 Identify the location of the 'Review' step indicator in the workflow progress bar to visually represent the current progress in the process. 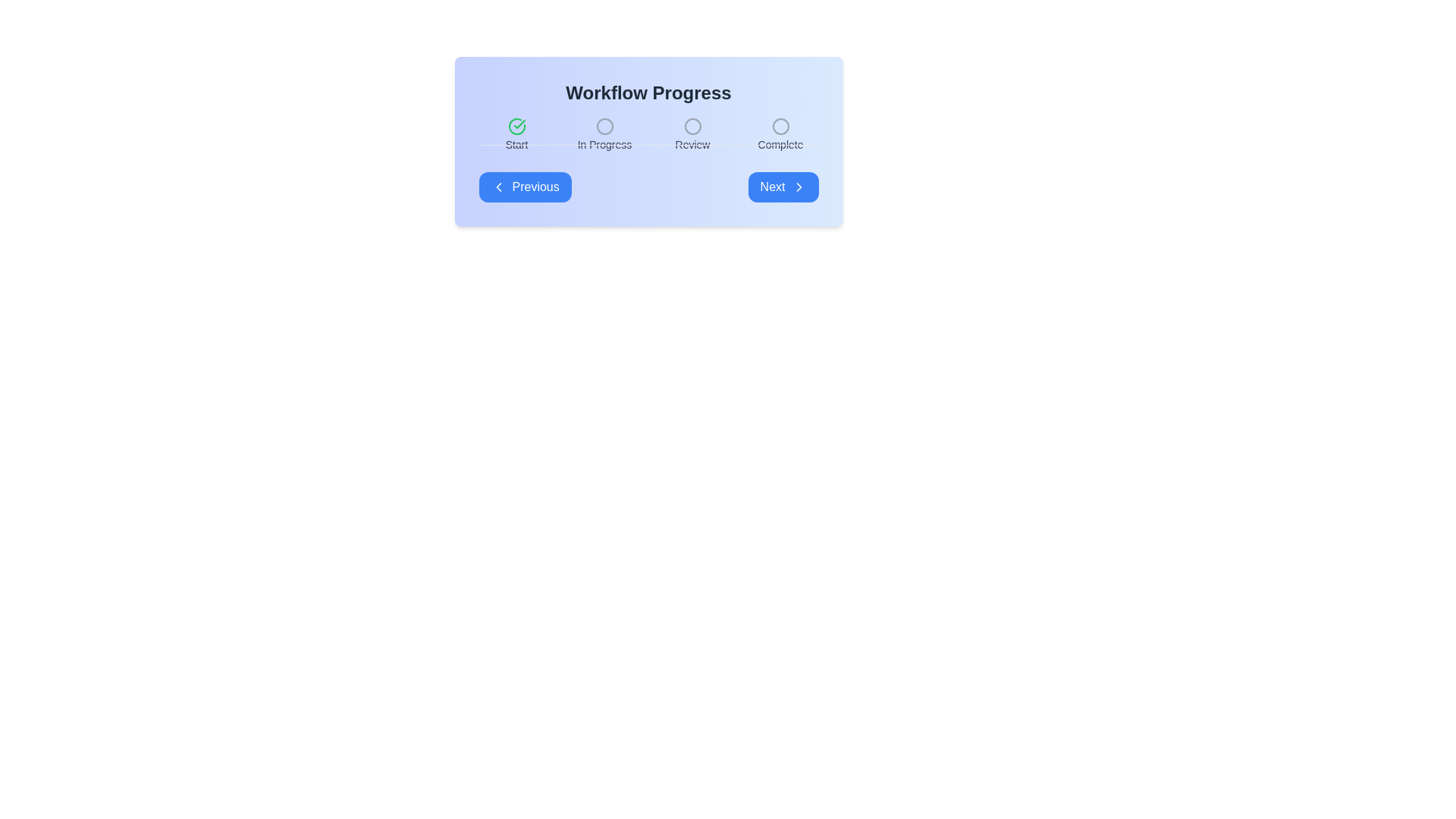
(692, 134).